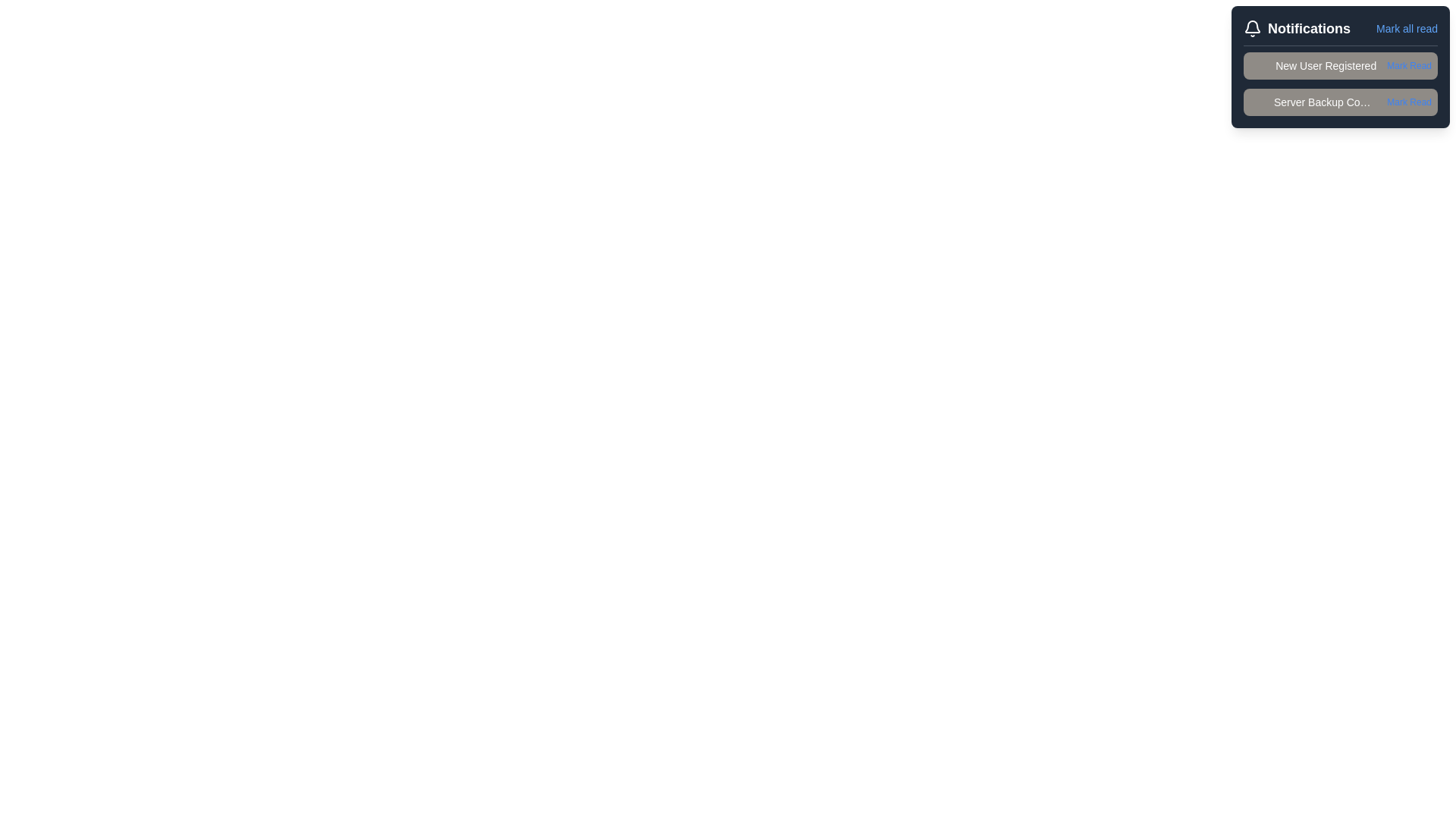 This screenshot has width=1456, height=819. What do you see at coordinates (1408, 65) in the screenshot?
I see `the link located in the 'New User Registered' notification card to mark the notification as read` at bounding box center [1408, 65].